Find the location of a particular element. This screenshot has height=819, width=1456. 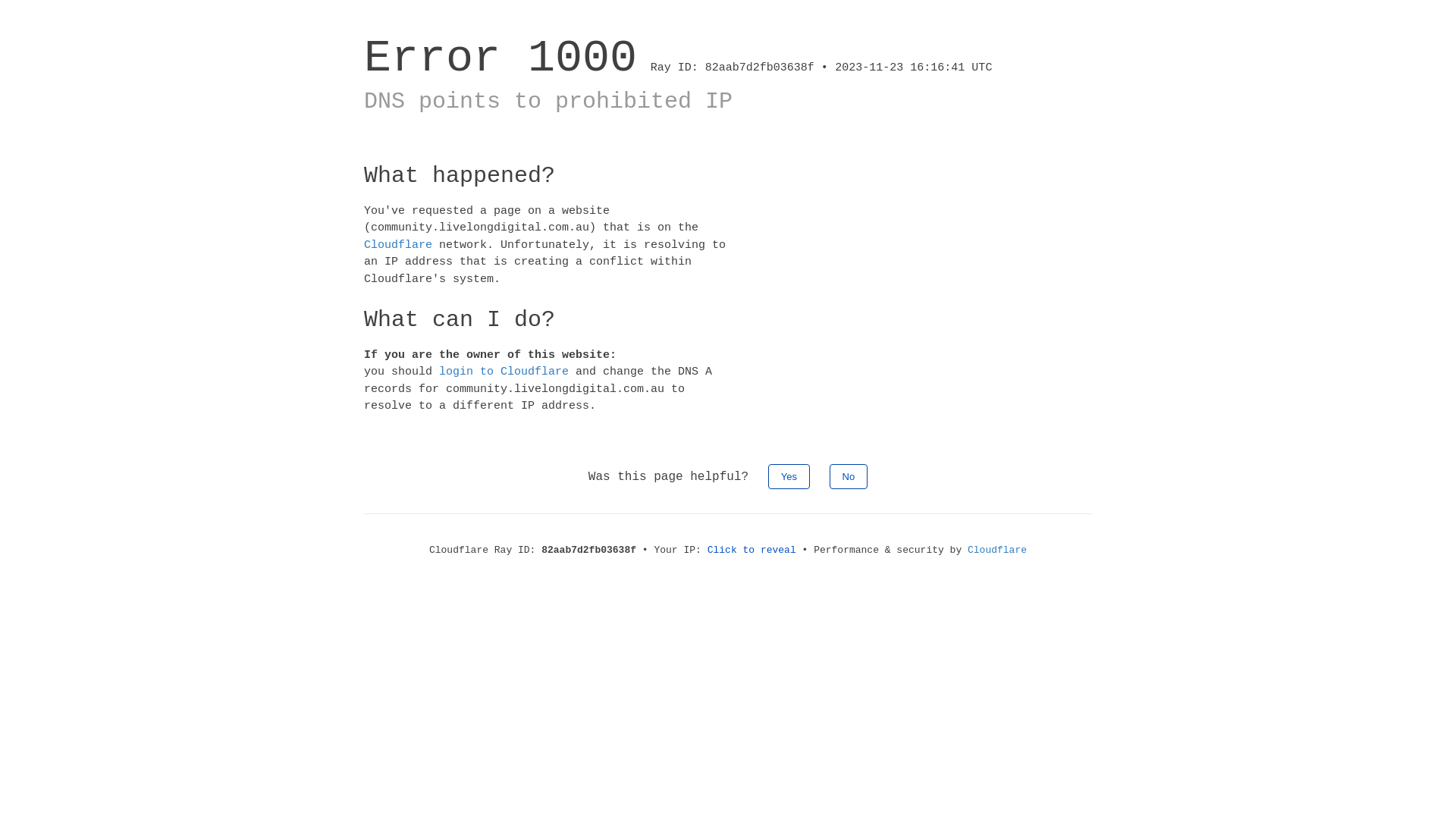

'login to Cloudflare' is located at coordinates (504, 372).